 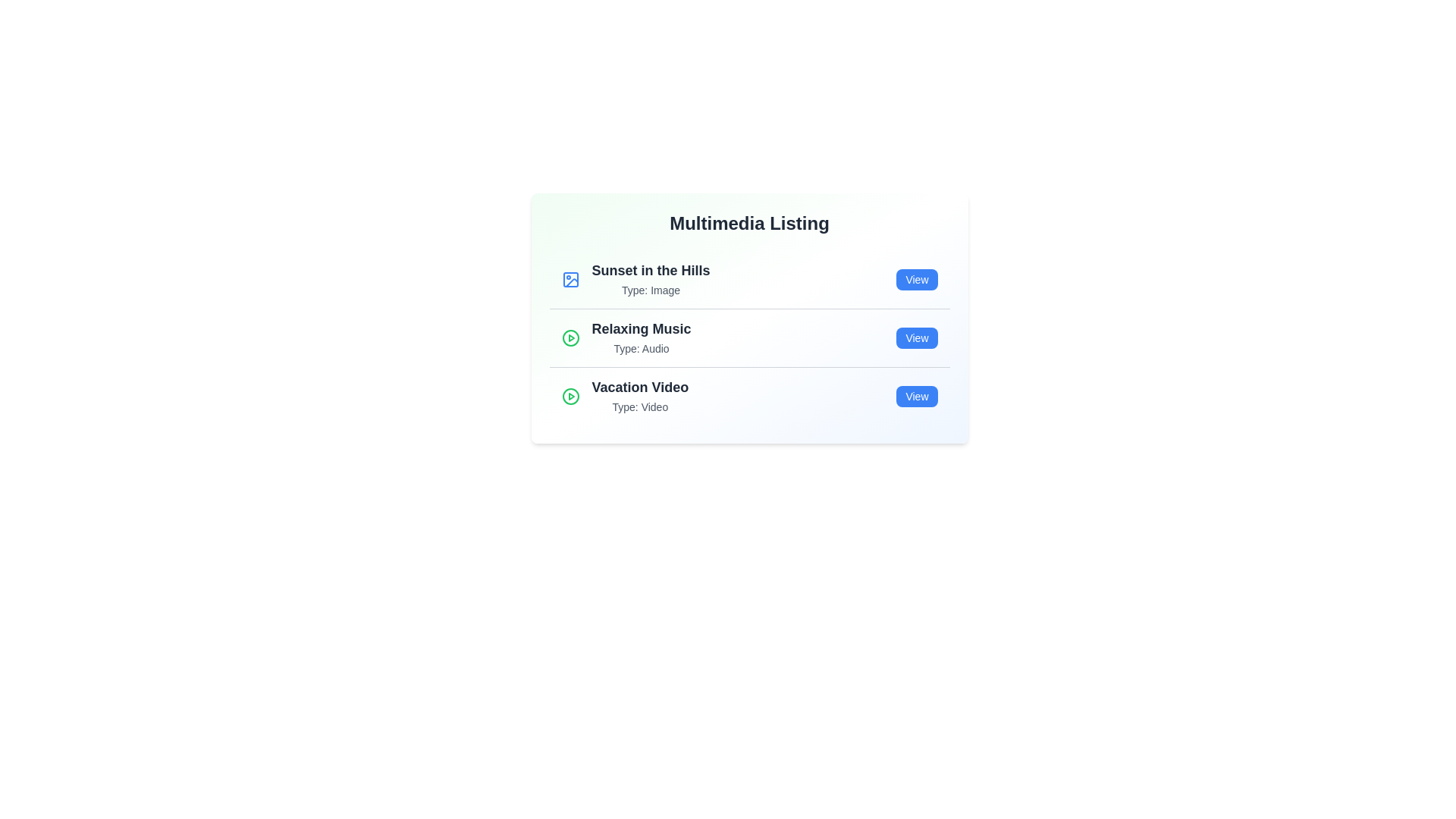 I want to click on the list item corresponding to Sunset in the Hills, so click(x=749, y=280).